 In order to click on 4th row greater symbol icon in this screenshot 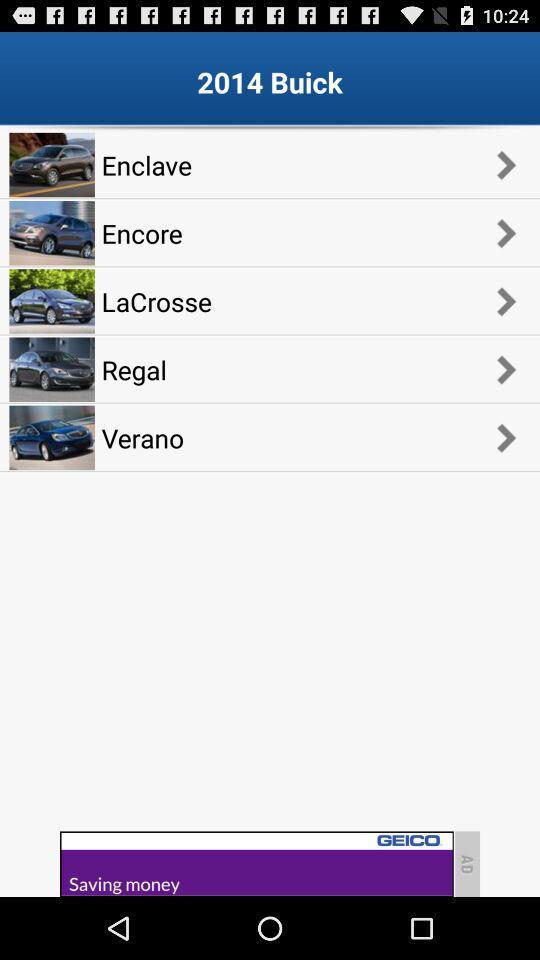, I will do `click(504, 368)`.